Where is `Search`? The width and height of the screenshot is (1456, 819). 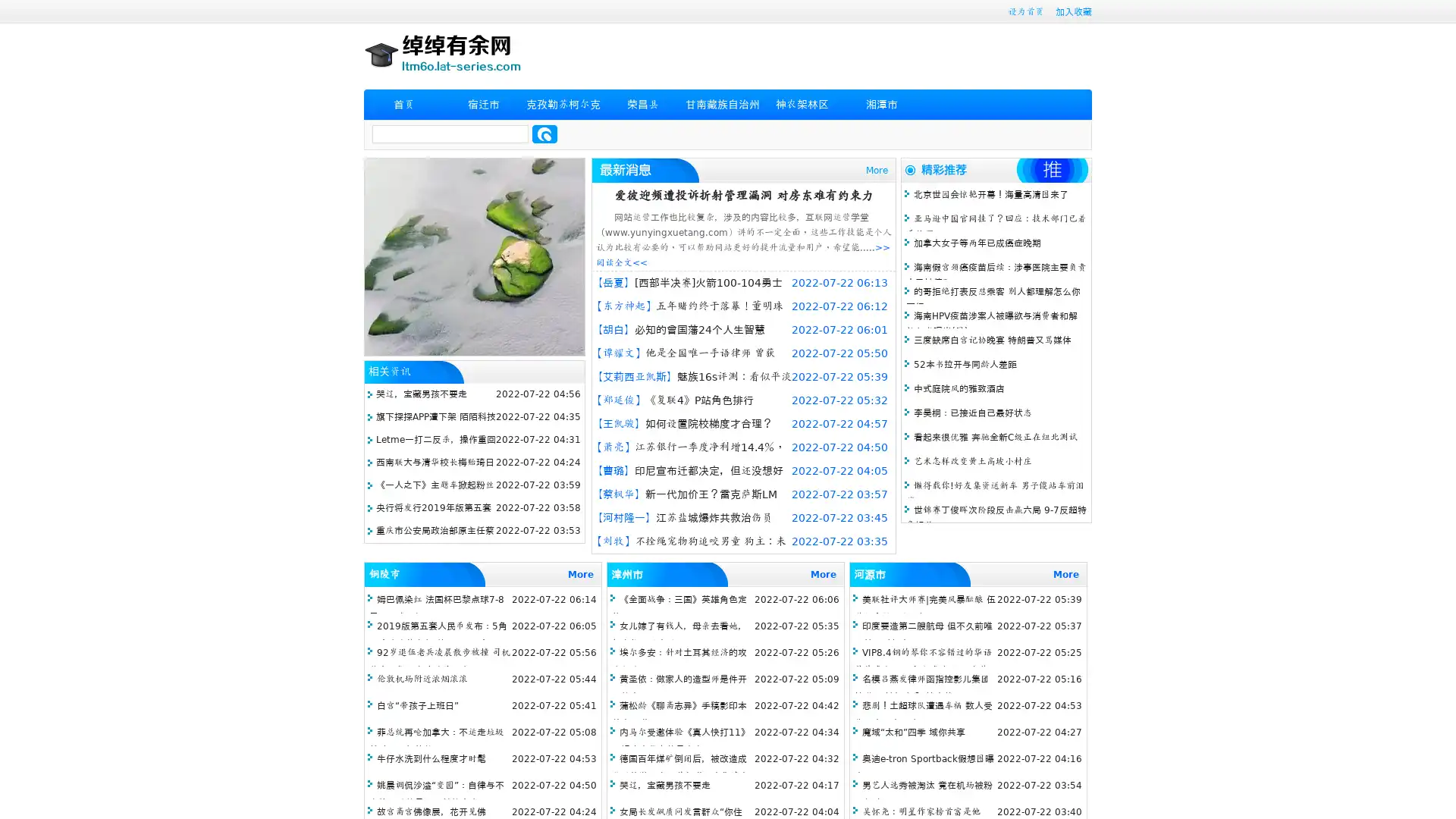
Search is located at coordinates (544, 133).